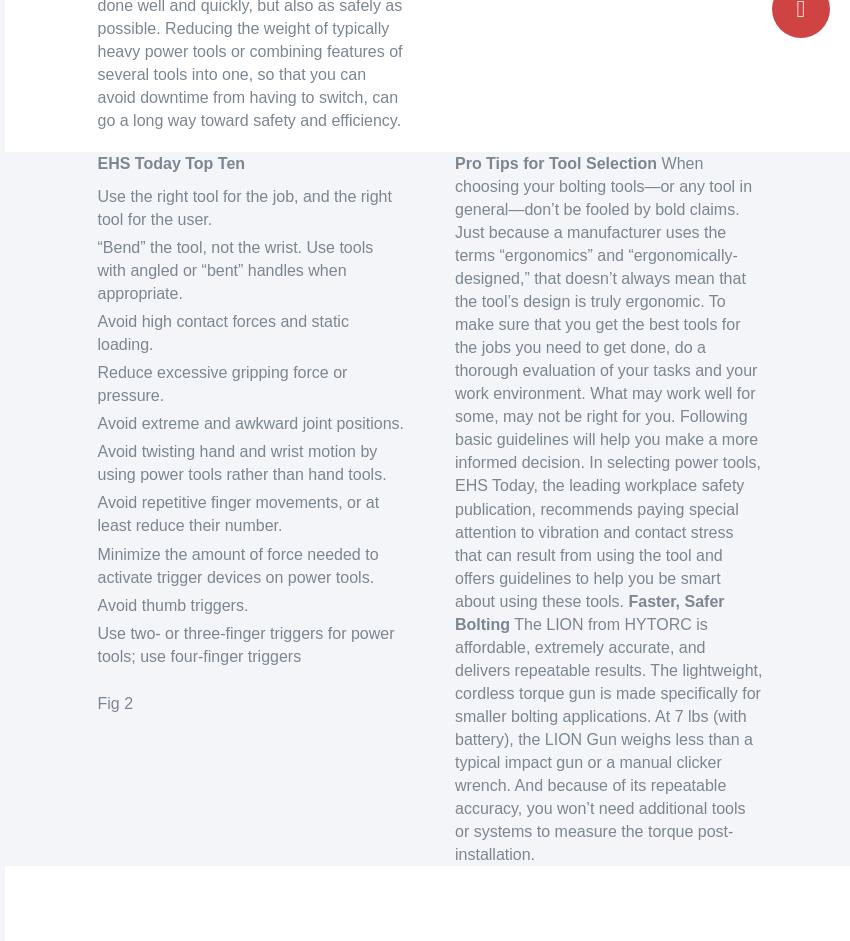 Image resolution: width=850 pixels, height=941 pixels. I want to click on 'Avoid thumb triggers.', so click(95, 604).